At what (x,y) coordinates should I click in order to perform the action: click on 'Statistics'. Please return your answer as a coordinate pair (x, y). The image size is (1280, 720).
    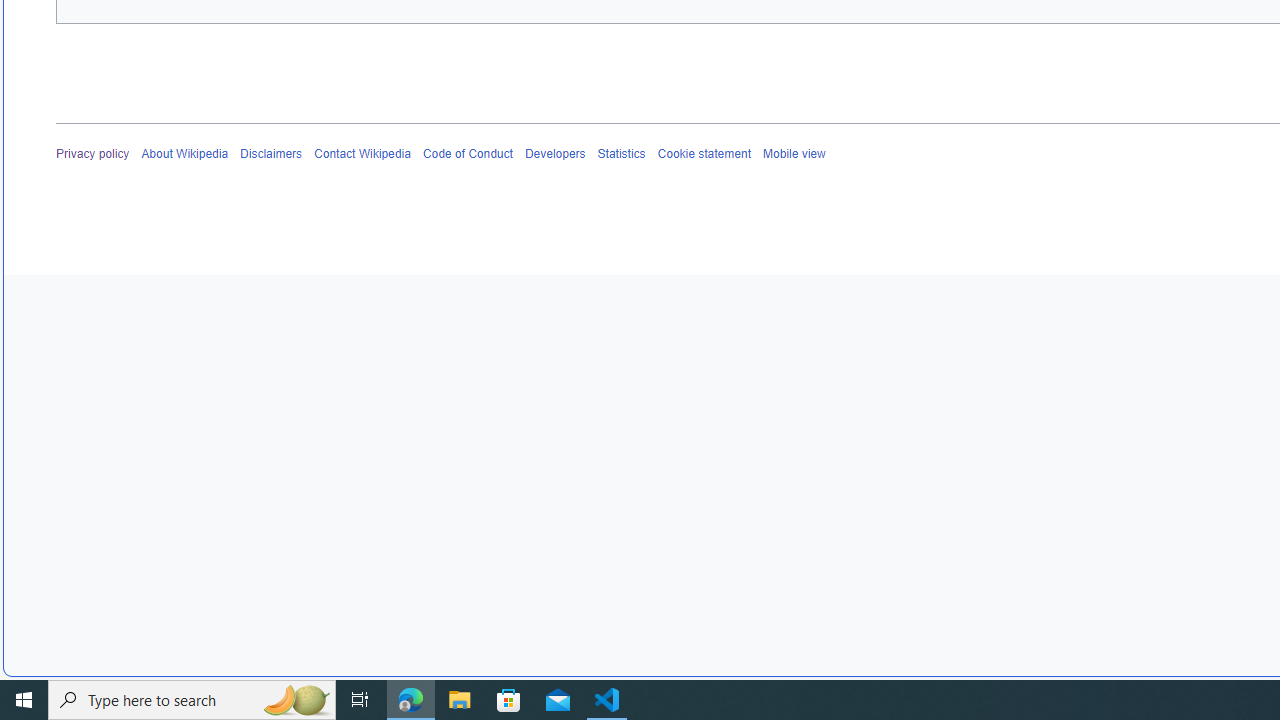
    Looking at the image, I should click on (620, 153).